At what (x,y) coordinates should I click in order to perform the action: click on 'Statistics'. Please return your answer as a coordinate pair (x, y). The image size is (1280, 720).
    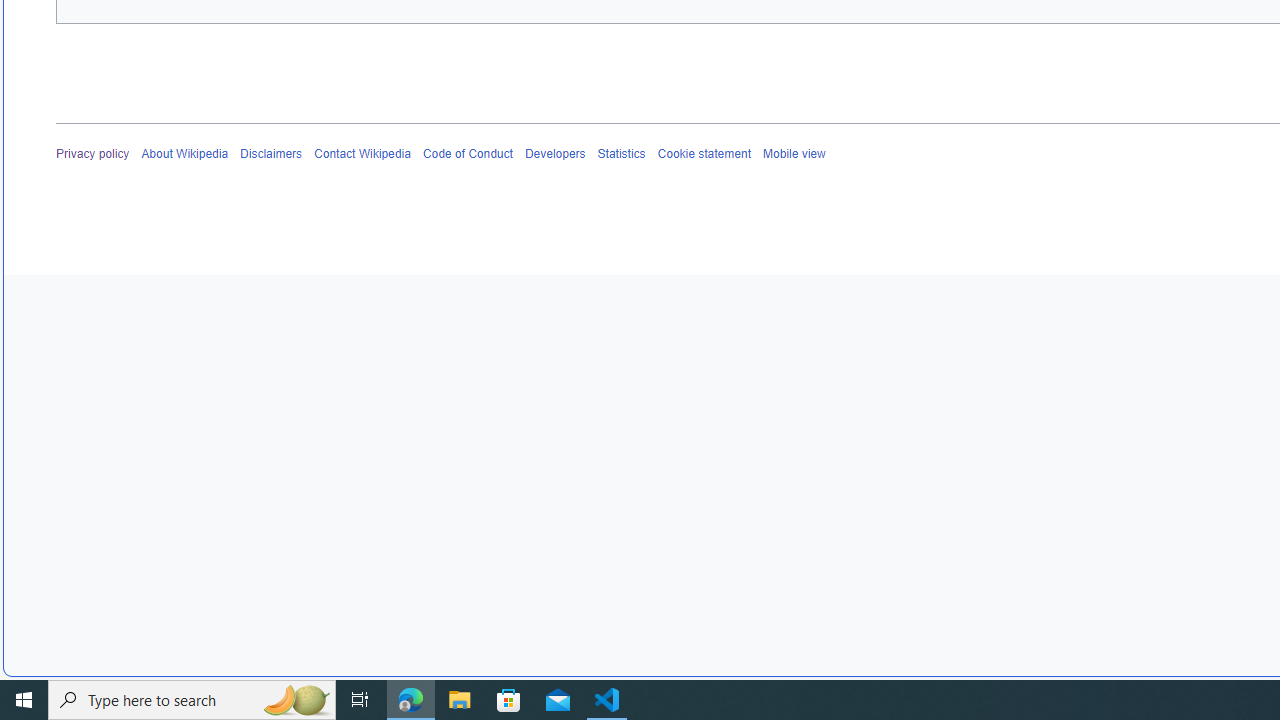
    Looking at the image, I should click on (620, 153).